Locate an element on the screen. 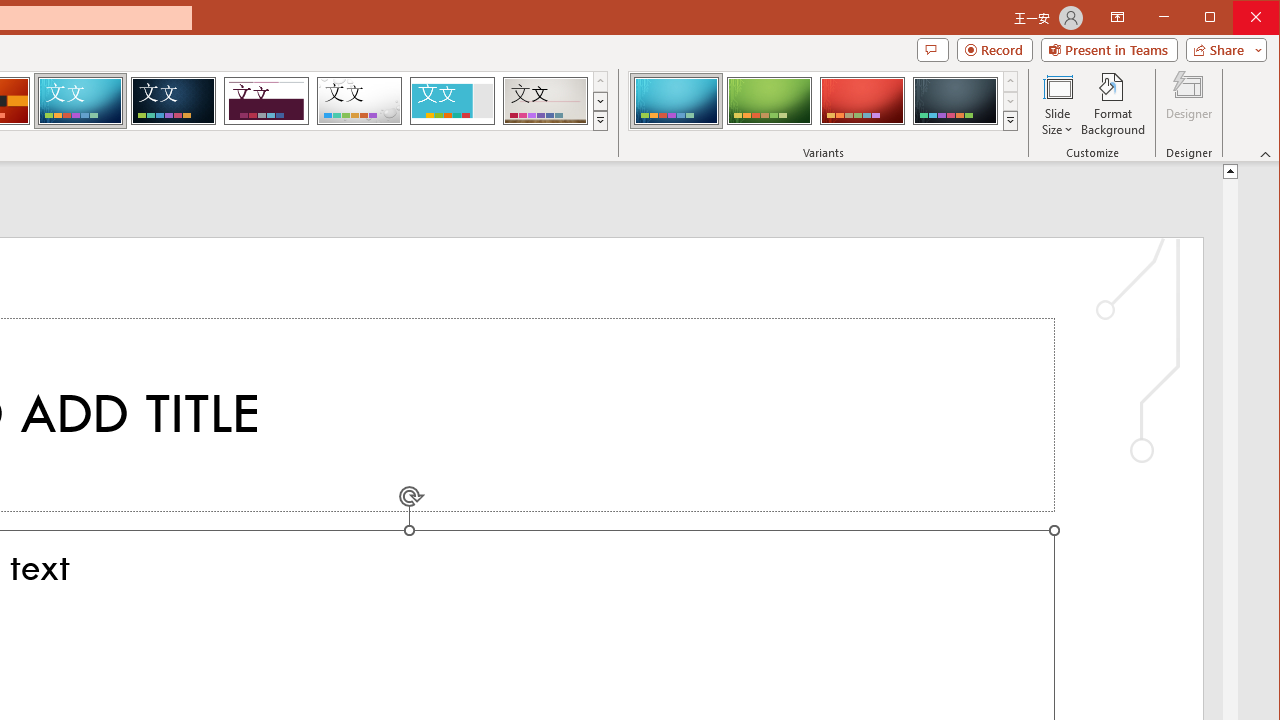 Image resolution: width=1280 pixels, height=720 pixels. 'Share' is located at coordinates (1221, 49).